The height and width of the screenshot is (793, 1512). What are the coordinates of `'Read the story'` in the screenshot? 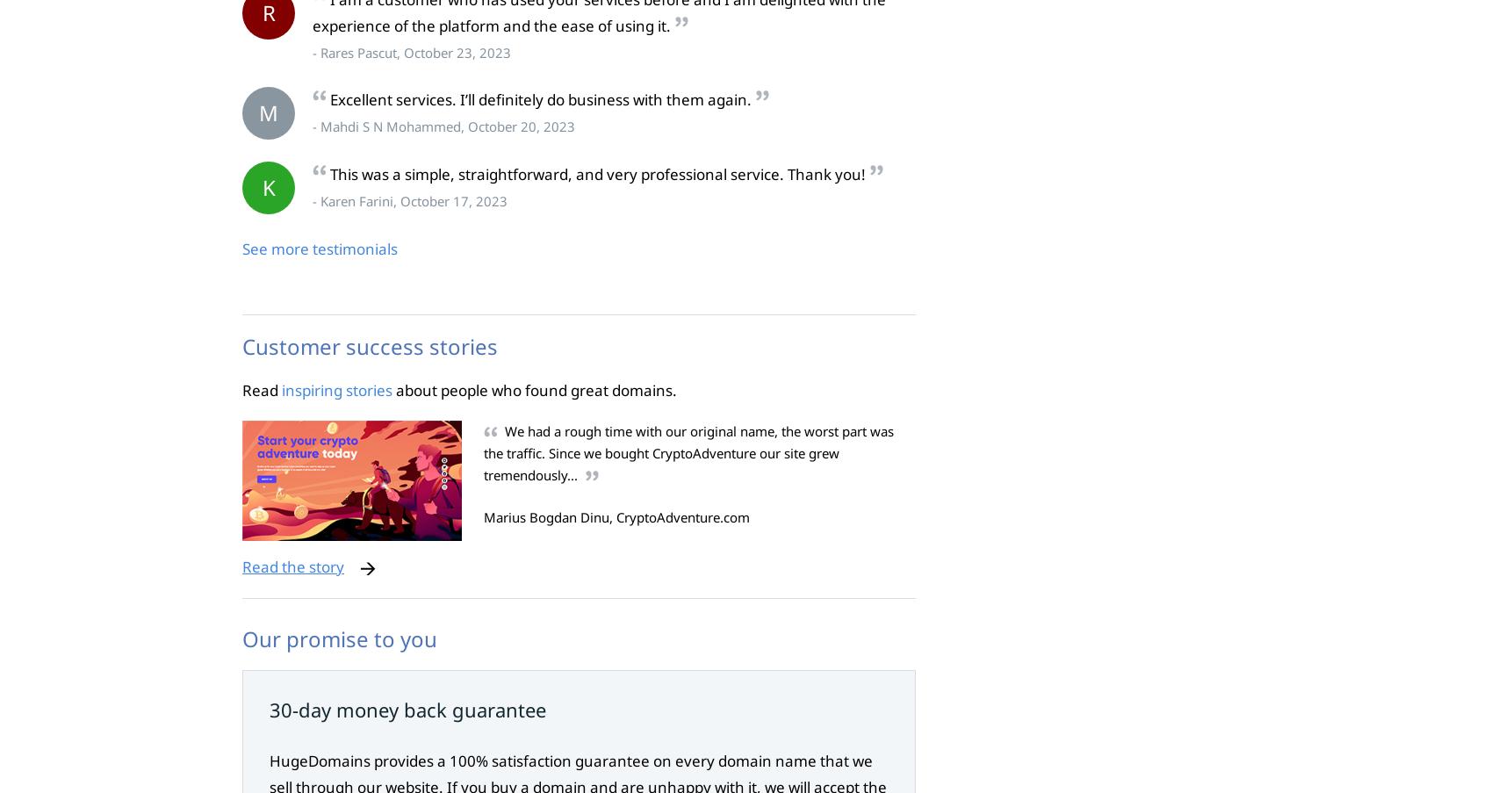 It's located at (242, 566).